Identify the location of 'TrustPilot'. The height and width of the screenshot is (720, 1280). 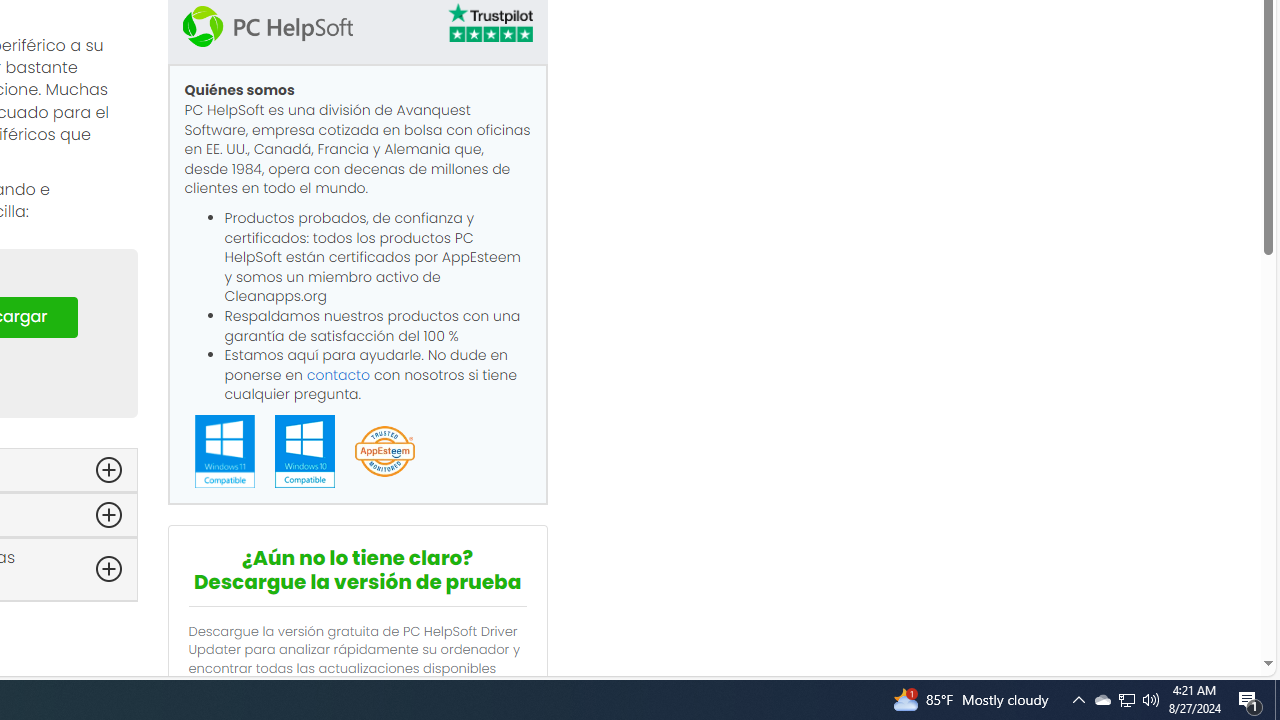
(489, 23).